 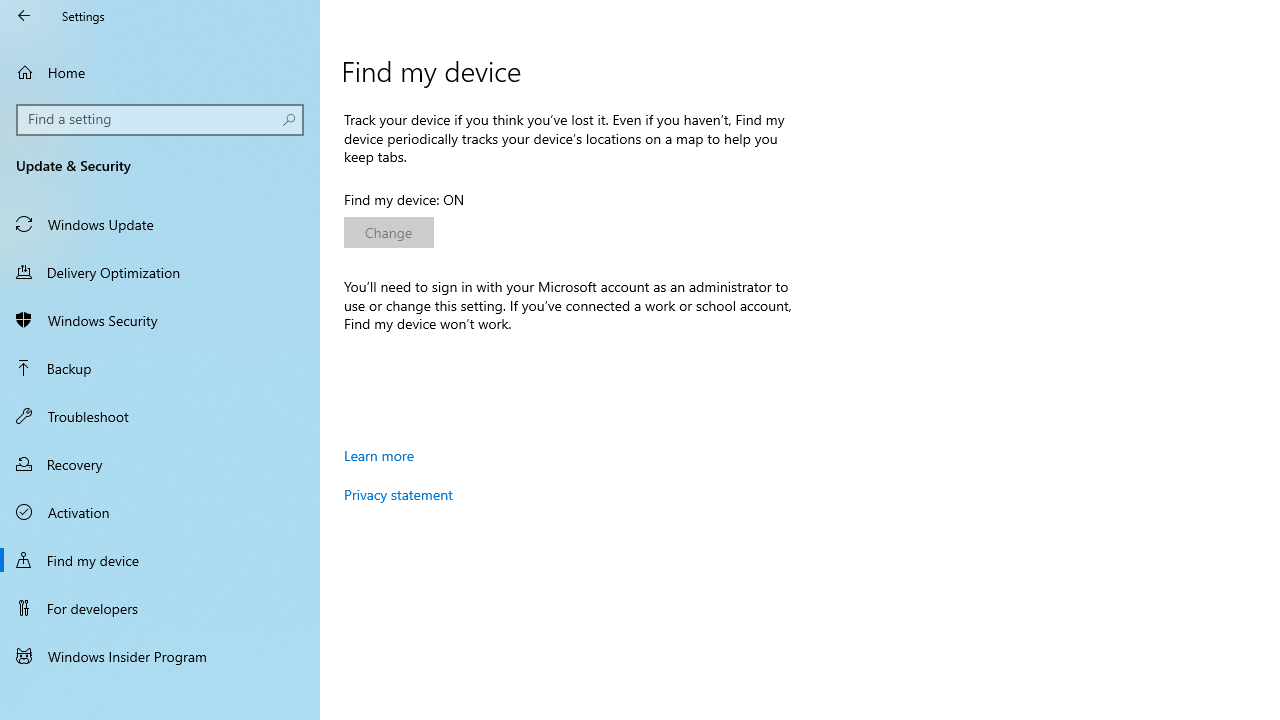 I want to click on 'Home', so click(x=160, y=71).